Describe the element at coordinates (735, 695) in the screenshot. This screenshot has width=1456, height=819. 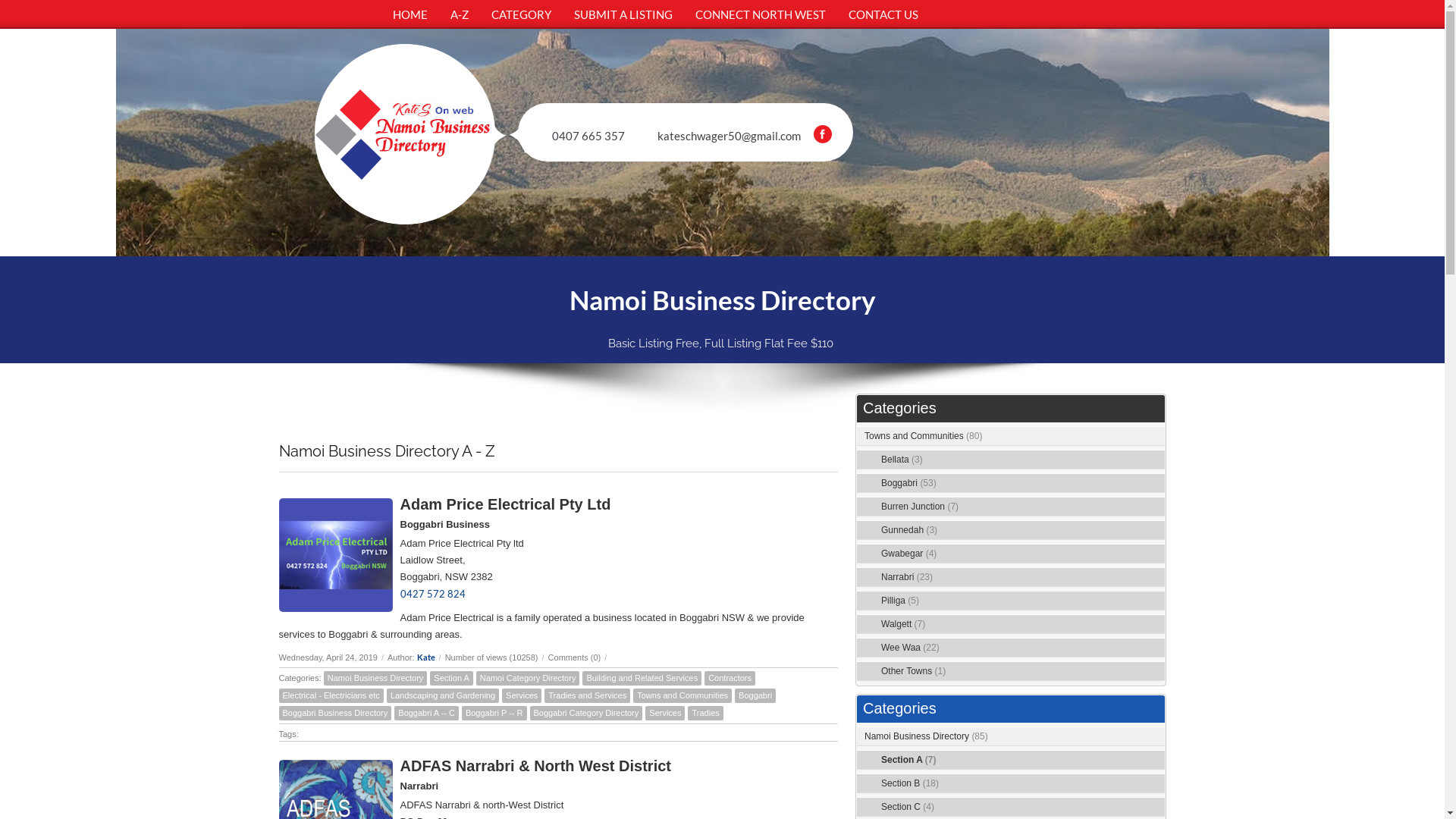
I see `'Boggabri'` at that location.